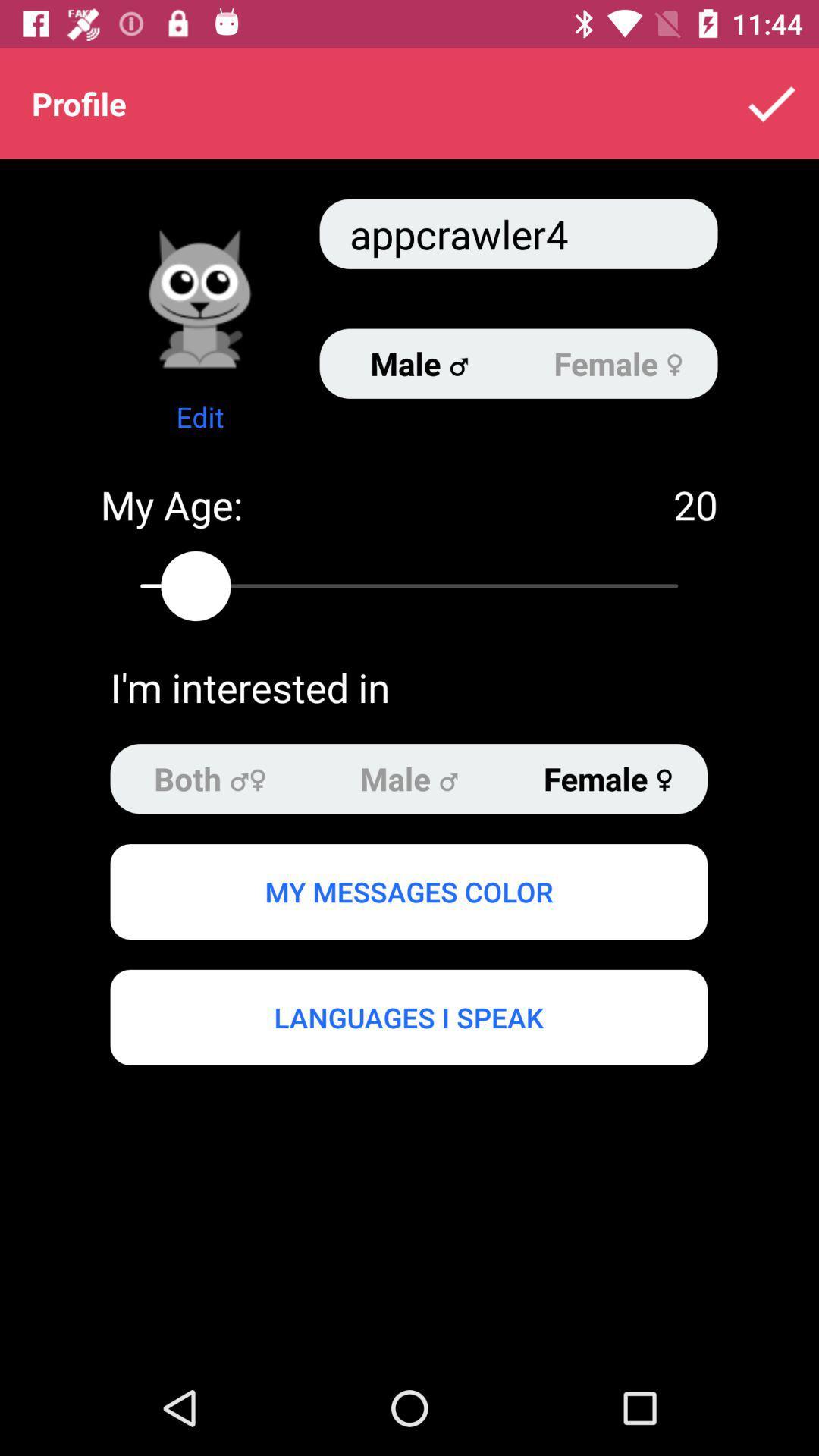 The image size is (819, 1456). What do you see at coordinates (517, 233) in the screenshot?
I see `the appcrawler4` at bounding box center [517, 233].